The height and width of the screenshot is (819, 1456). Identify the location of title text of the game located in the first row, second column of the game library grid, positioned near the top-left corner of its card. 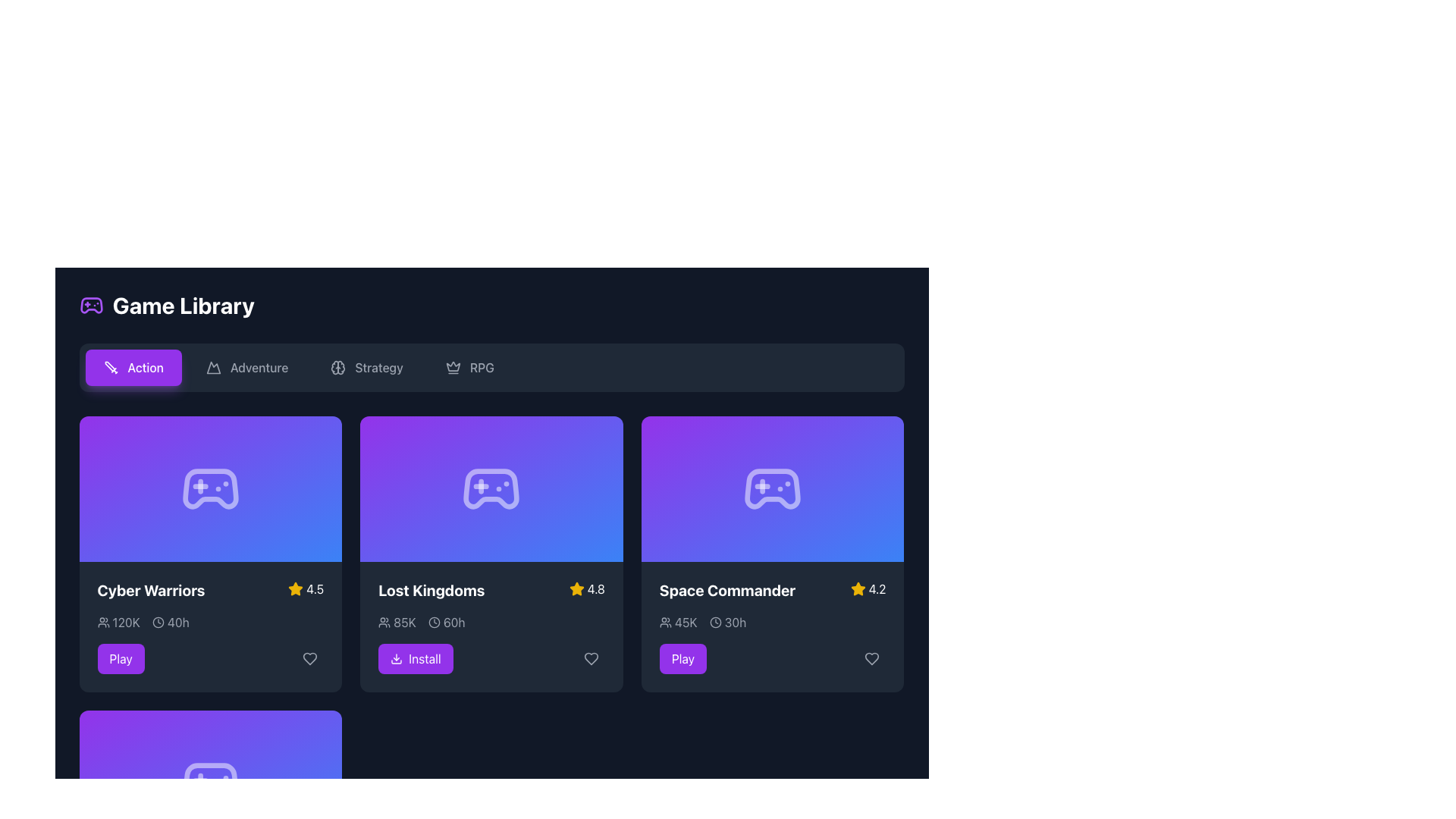
(431, 590).